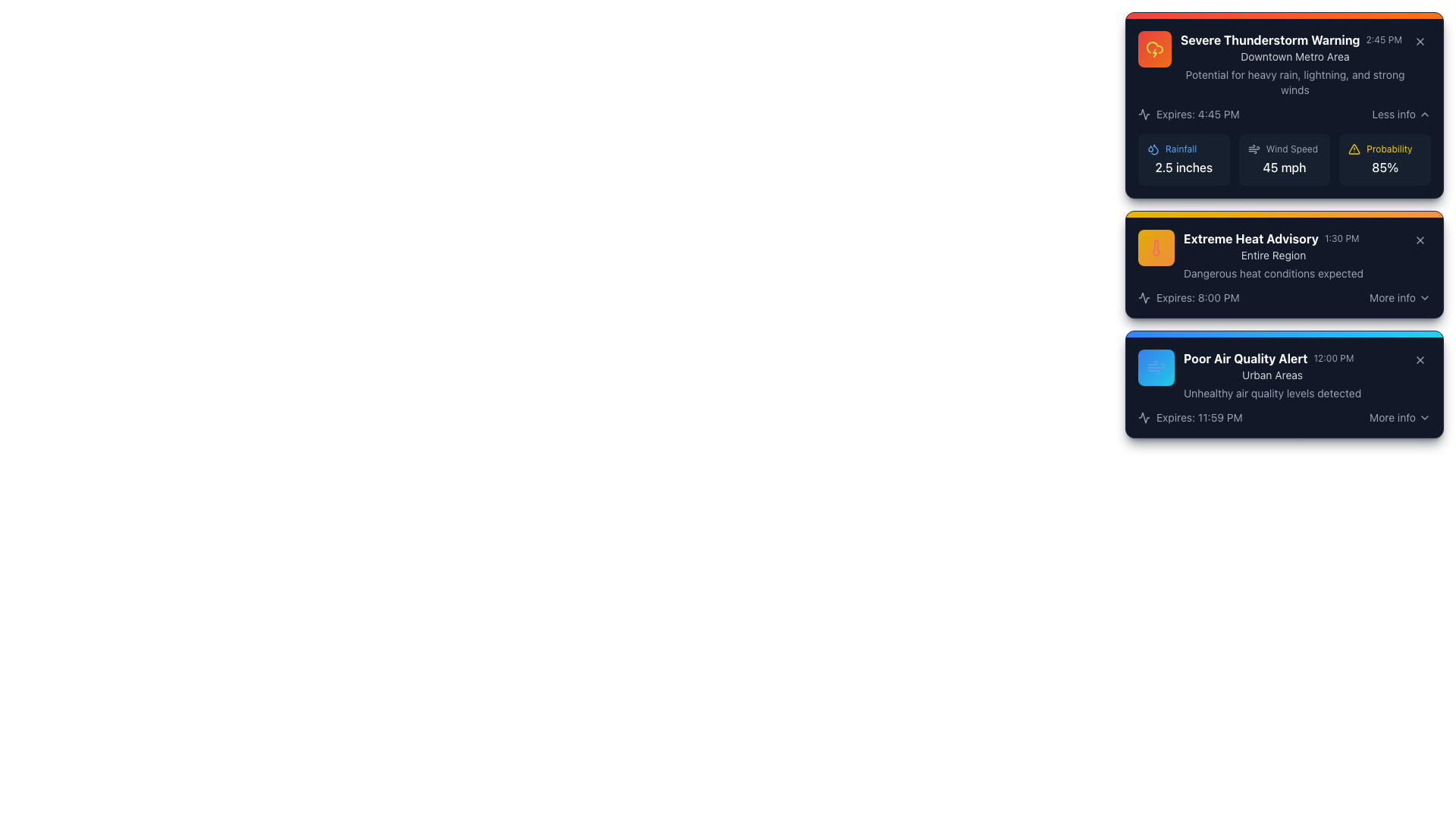 This screenshot has height=819, width=1456. I want to click on the text label that describes the probability percentage in the Severe Thunderstorm Warning box, located in the top-right section near the '85%' value, so click(1389, 149).